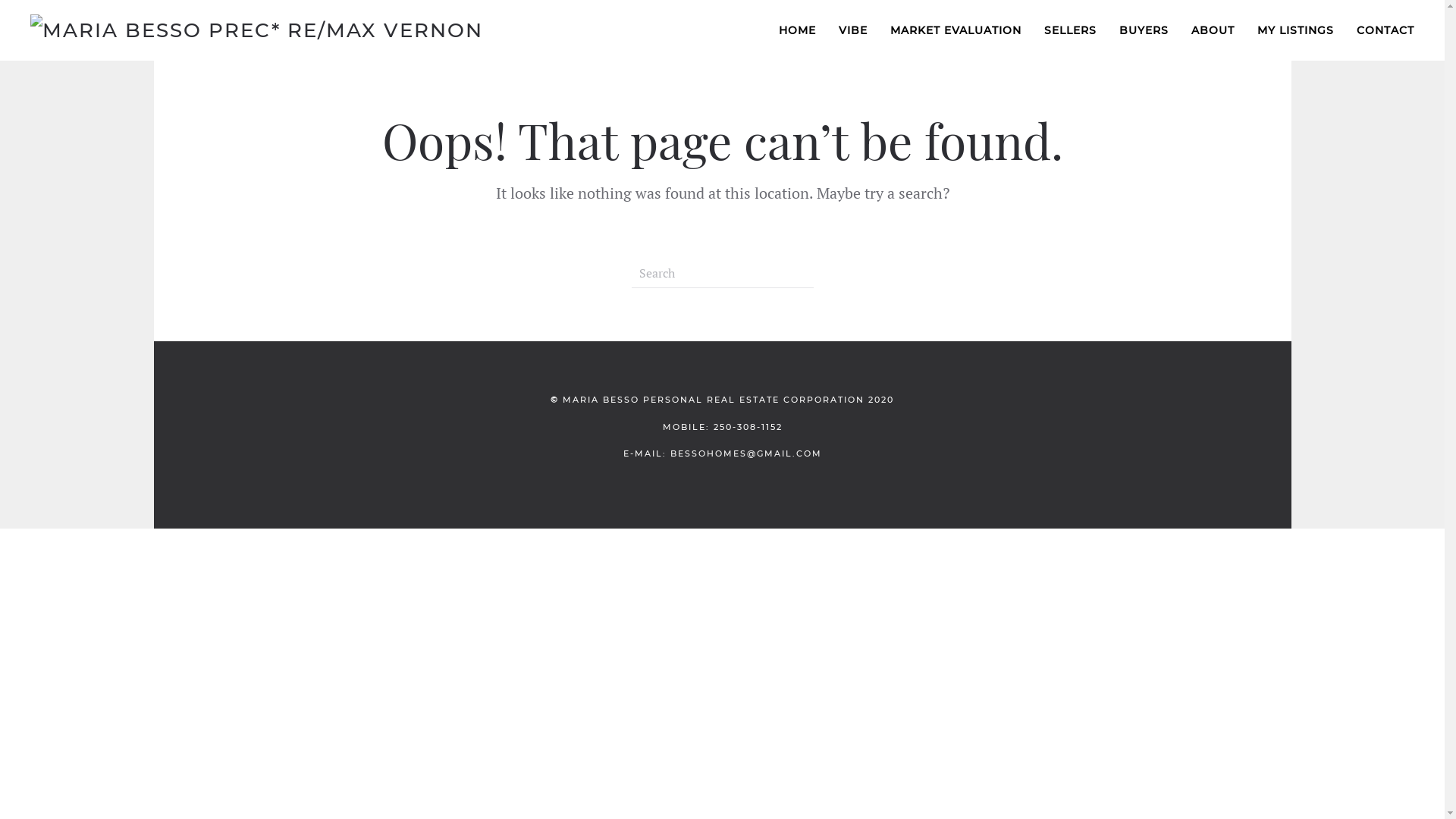 This screenshot has width=1456, height=819. Describe the element at coordinates (955, 30) in the screenshot. I see `'MARKET EVALUATION'` at that location.